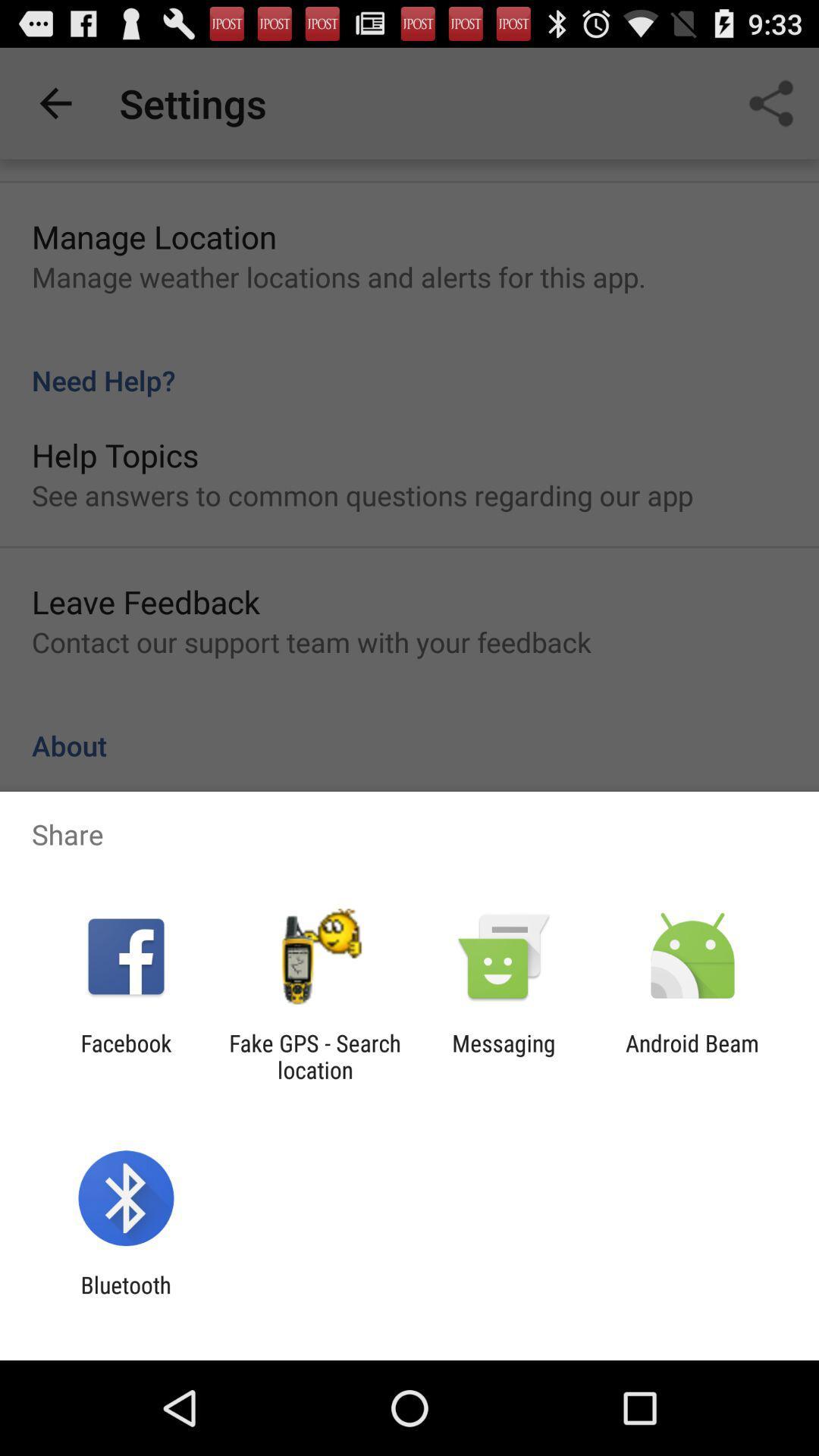 The image size is (819, 1456). Describe the element at coordinates (504, 1056) in the screenshot. I see `the messaging app` at that location.